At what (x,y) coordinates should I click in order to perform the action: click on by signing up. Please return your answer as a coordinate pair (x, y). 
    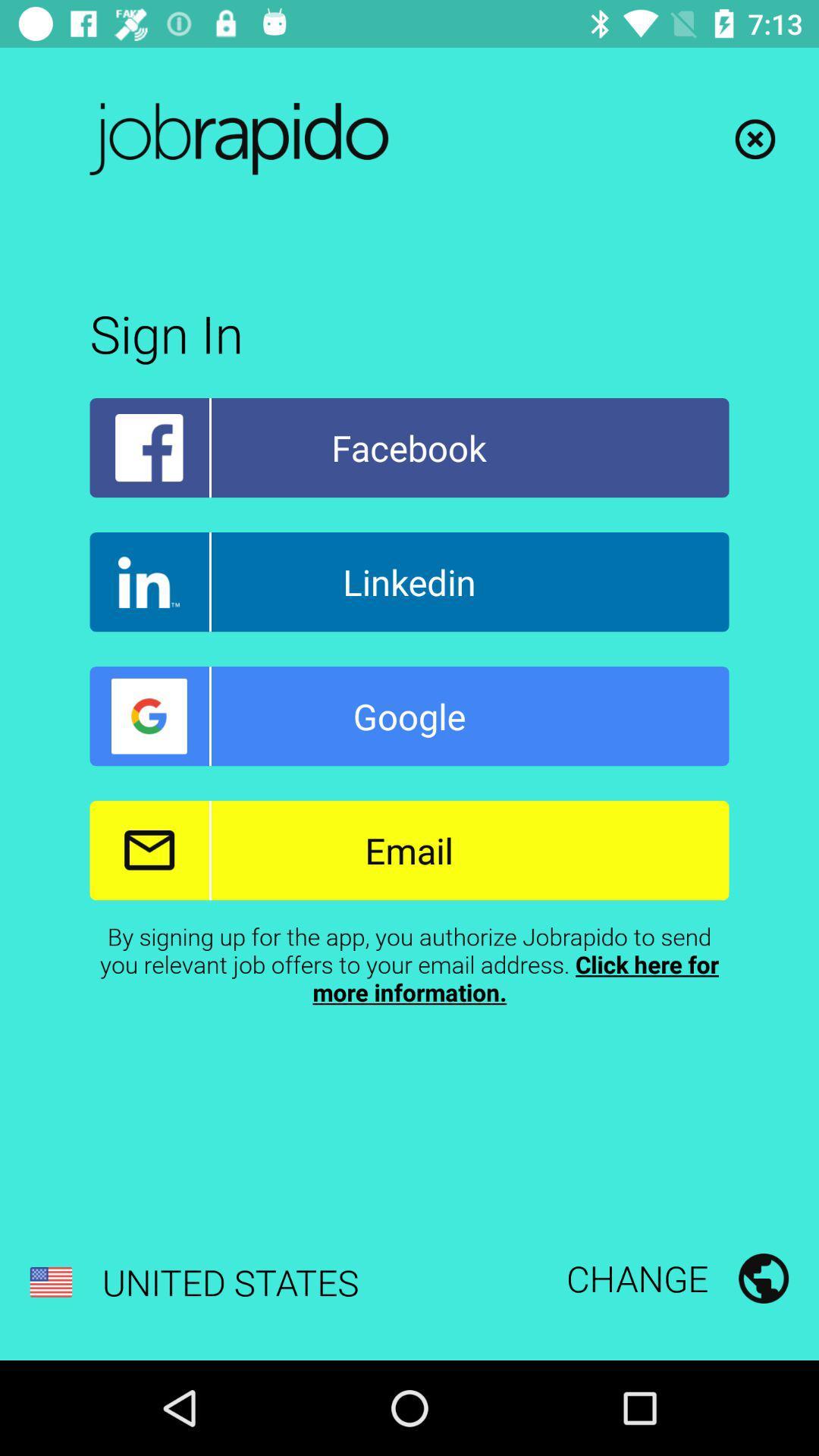
    Looking at the image, I should click on (409, 963).